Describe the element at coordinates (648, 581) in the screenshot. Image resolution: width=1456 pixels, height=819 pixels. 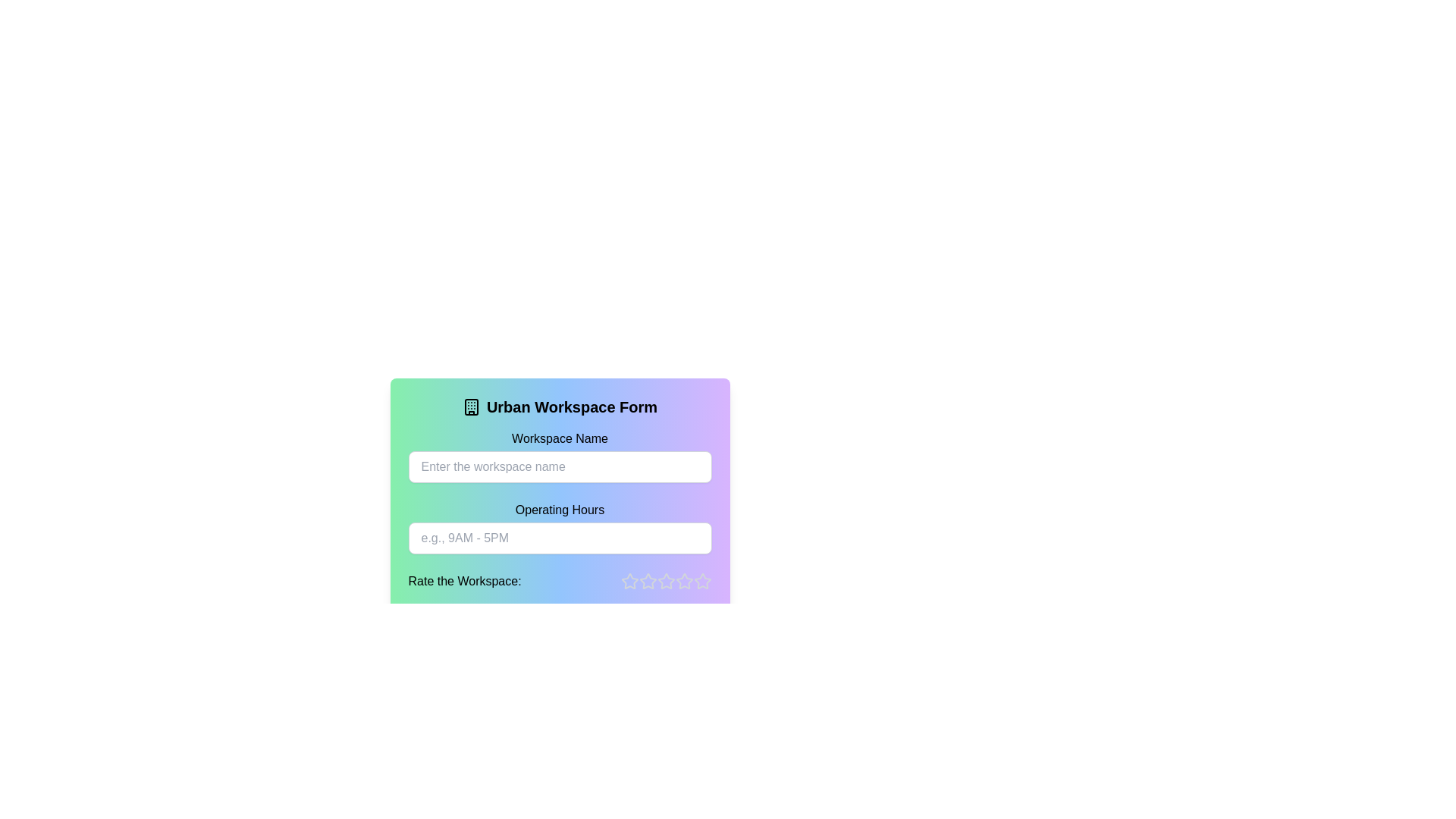
I see `the third star icon in the horizontal sequence of five stars under the 'Rate the Workspace:' label` at that location.